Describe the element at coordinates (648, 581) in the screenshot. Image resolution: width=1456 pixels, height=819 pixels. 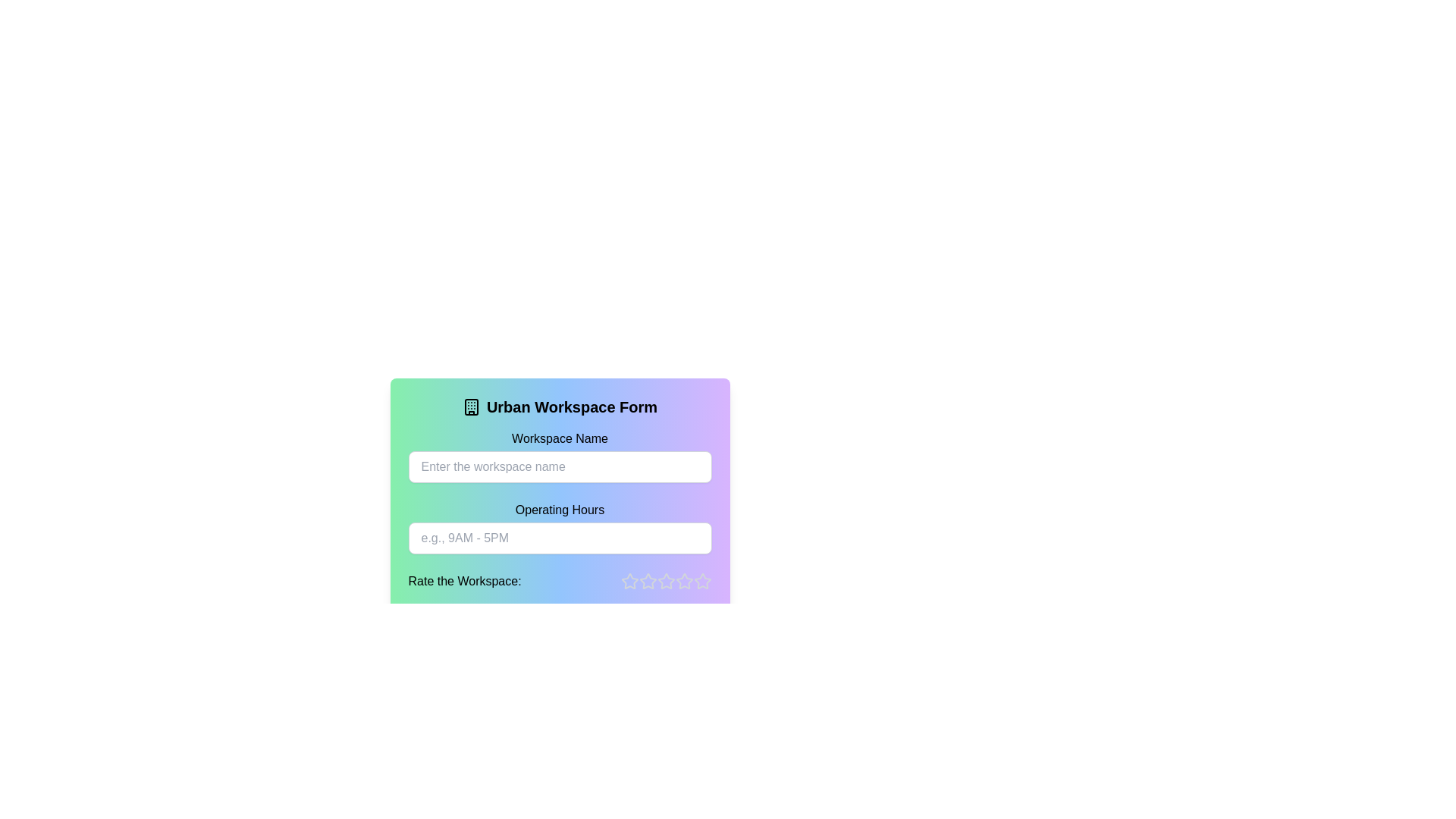
I see `the third star icon in the horizontal sequence of five stars under the 'Rate the Workspace:' label` at that location.